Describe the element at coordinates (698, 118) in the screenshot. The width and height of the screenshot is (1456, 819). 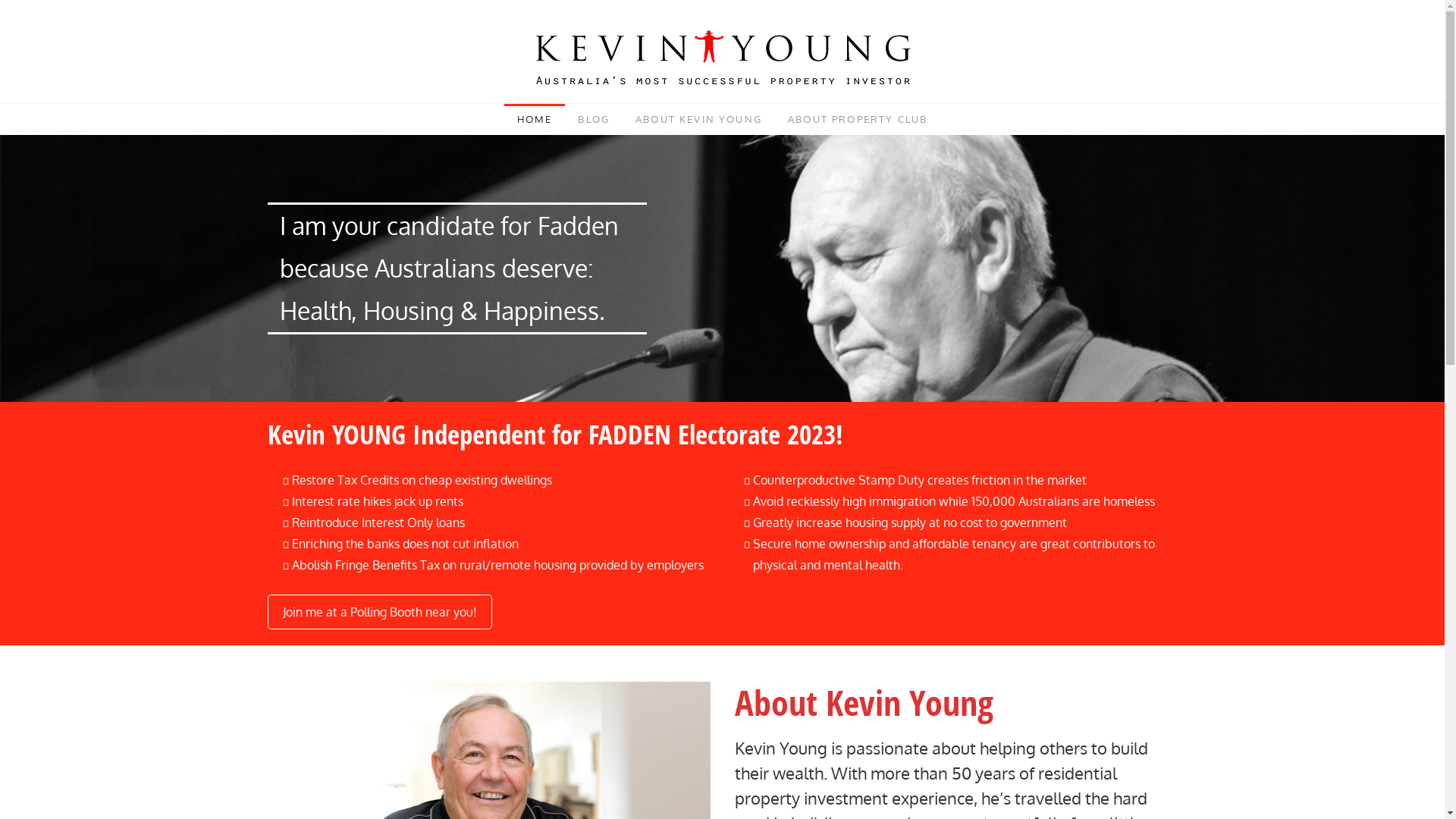
I see `'ABOUT KEVIN YOUNG'` at that location.